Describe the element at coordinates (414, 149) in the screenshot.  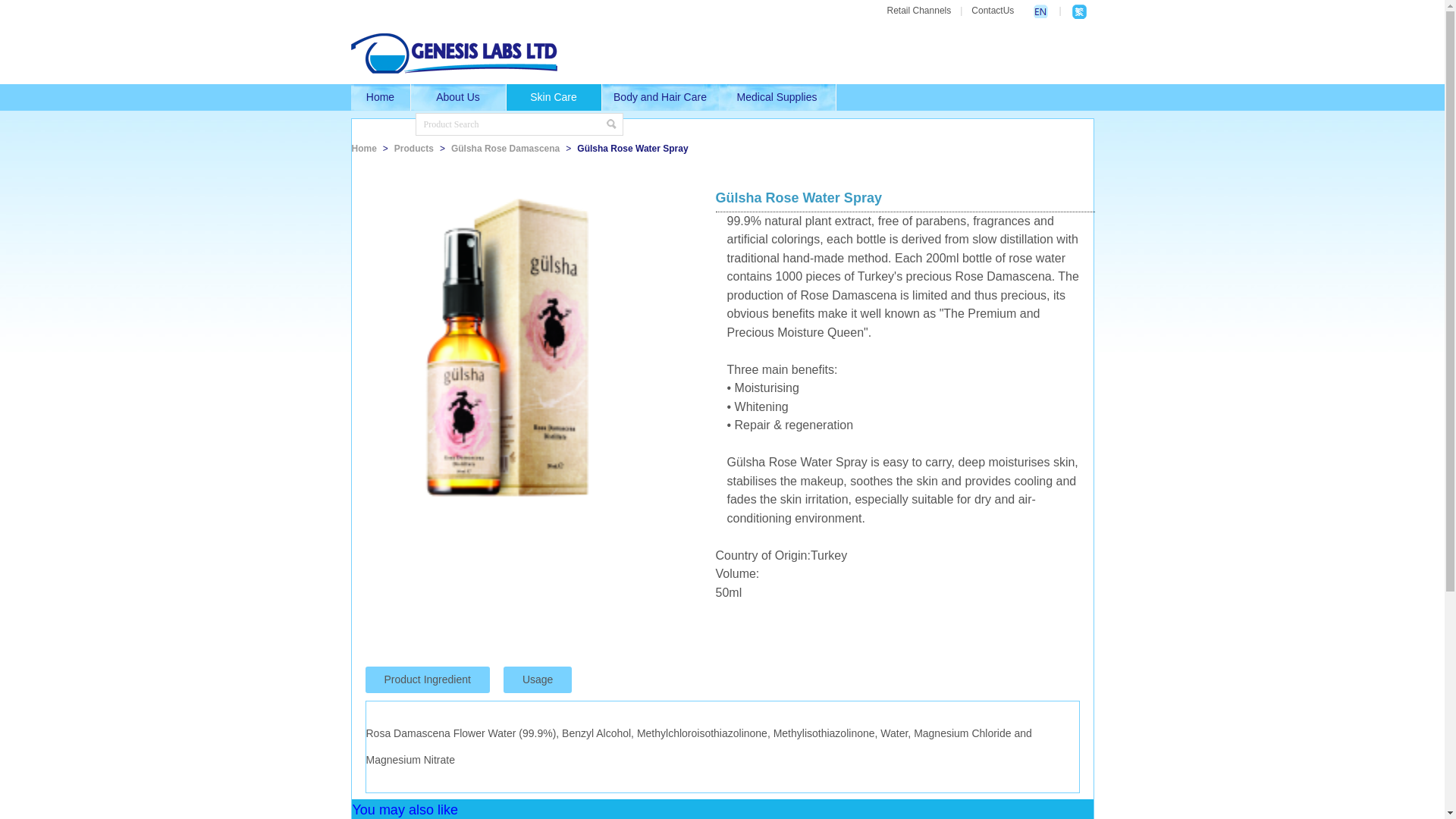
I see `'Products'` at that location.